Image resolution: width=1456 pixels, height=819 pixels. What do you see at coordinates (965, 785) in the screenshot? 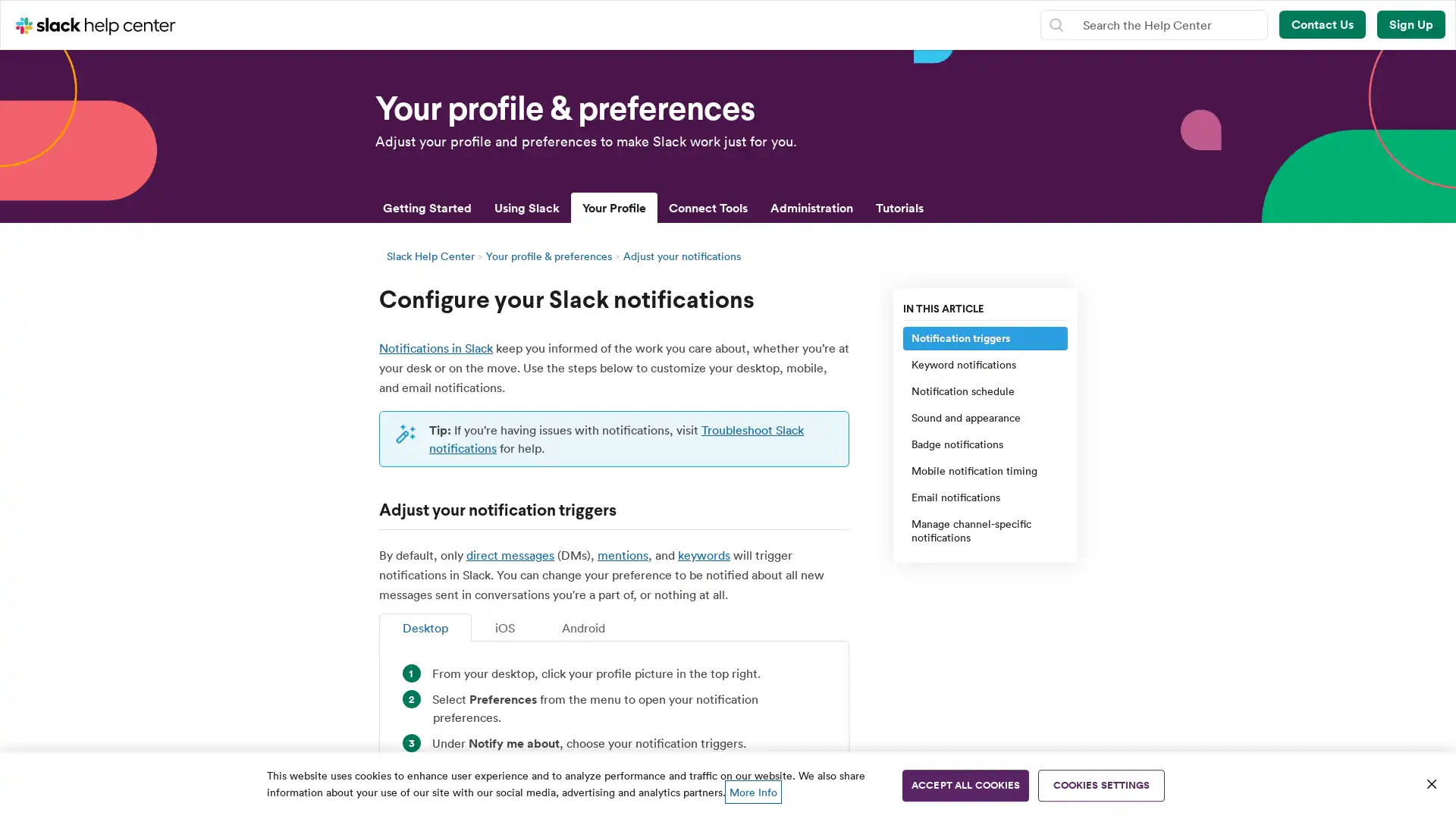
I see `ACCEPT ALL COOKIES` at bounding box center [965, 785].